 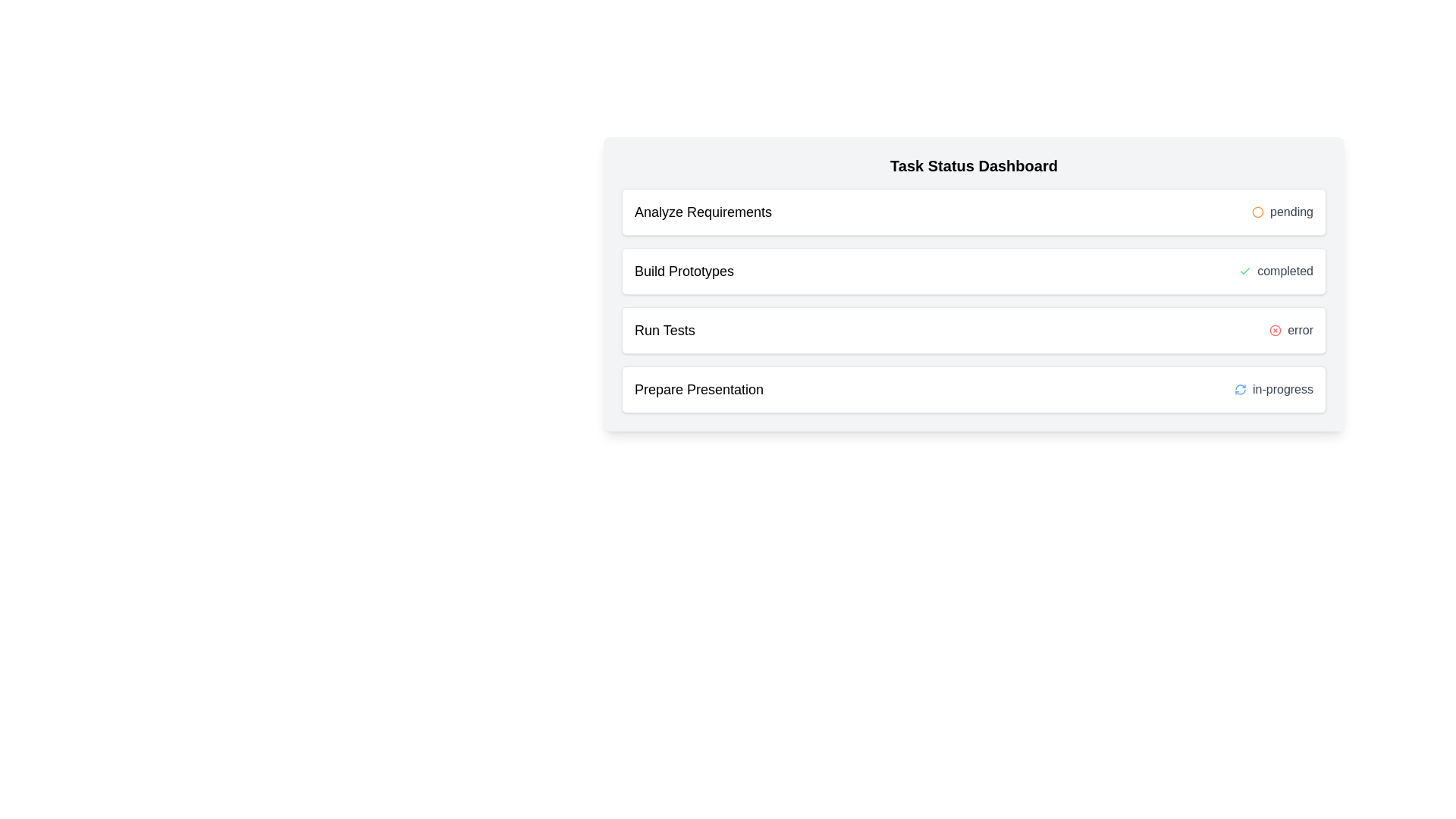 I want to click on the in-progress indicator icon located to the left of the 'in-progress' text in the 'Prepare Presentation' row of the Task Status Dashboard, so click(x=1241, y=388).